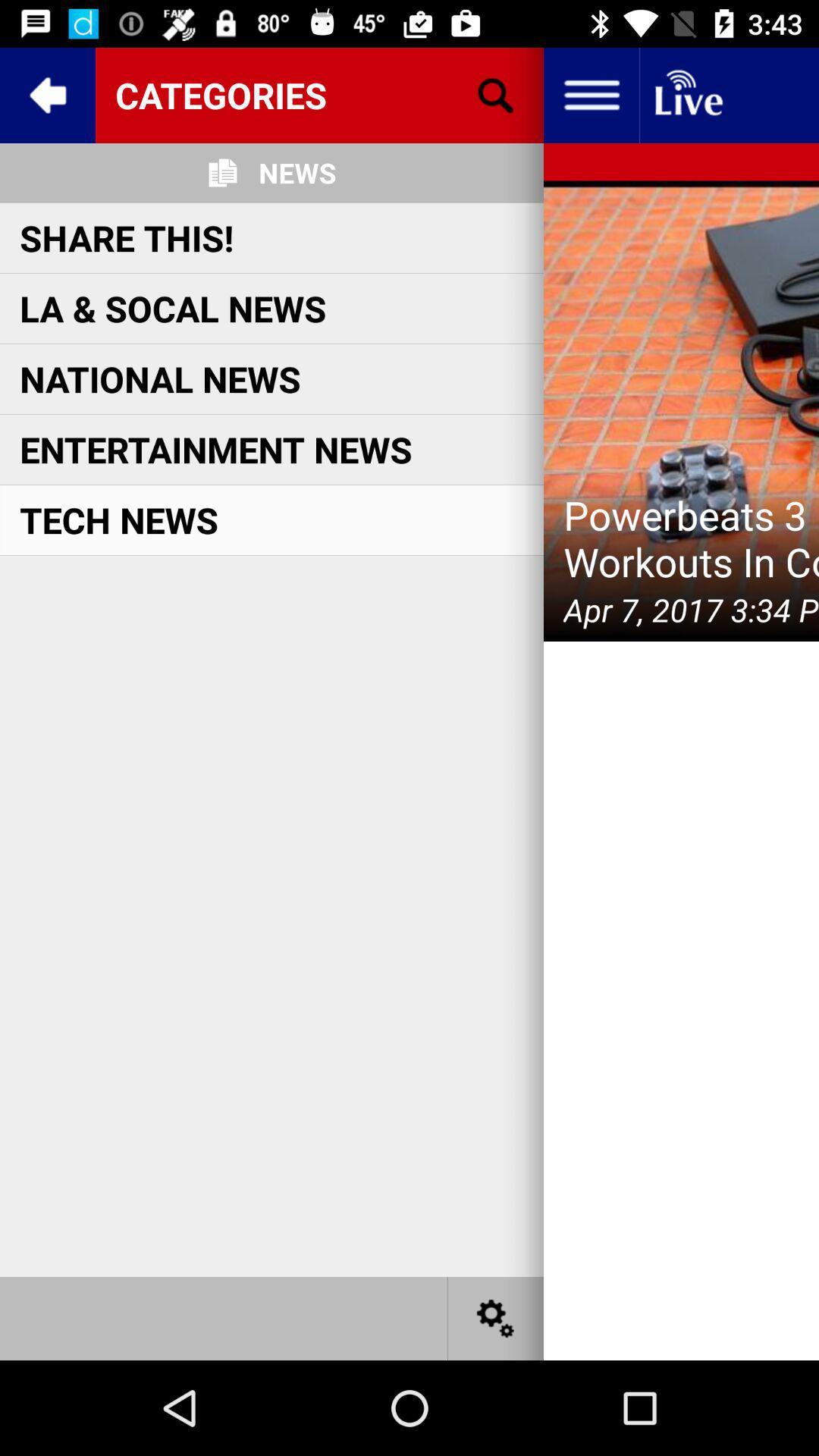  Describe the element at coordinates (687, 94) in the screenshot. I see `live option` at that location.